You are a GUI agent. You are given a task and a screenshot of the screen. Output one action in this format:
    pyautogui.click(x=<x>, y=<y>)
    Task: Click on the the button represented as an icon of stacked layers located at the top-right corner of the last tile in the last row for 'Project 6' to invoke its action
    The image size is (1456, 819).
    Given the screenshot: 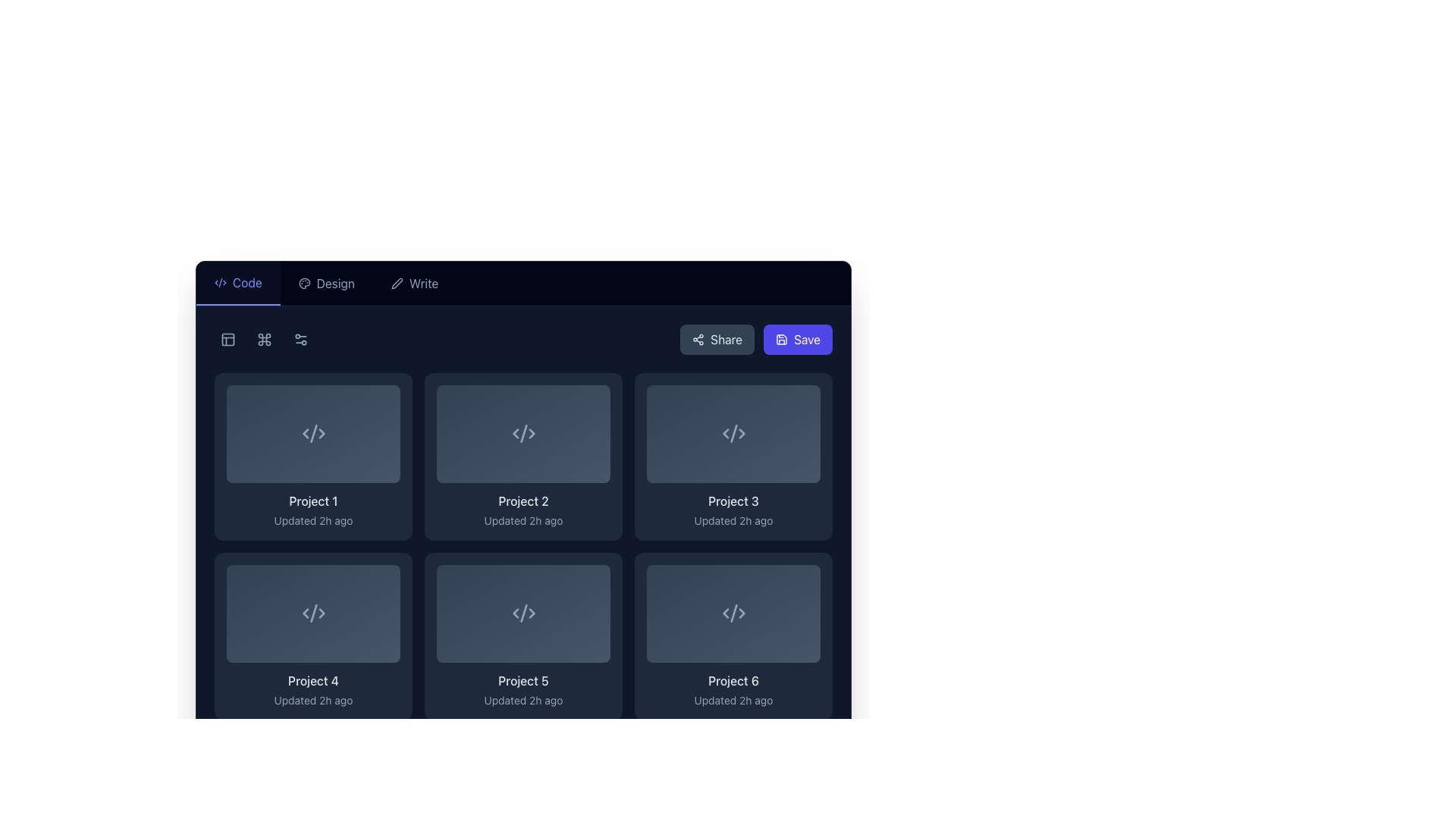 What is the action you would take?
    pyautogui.click(x=817, y=567)
    